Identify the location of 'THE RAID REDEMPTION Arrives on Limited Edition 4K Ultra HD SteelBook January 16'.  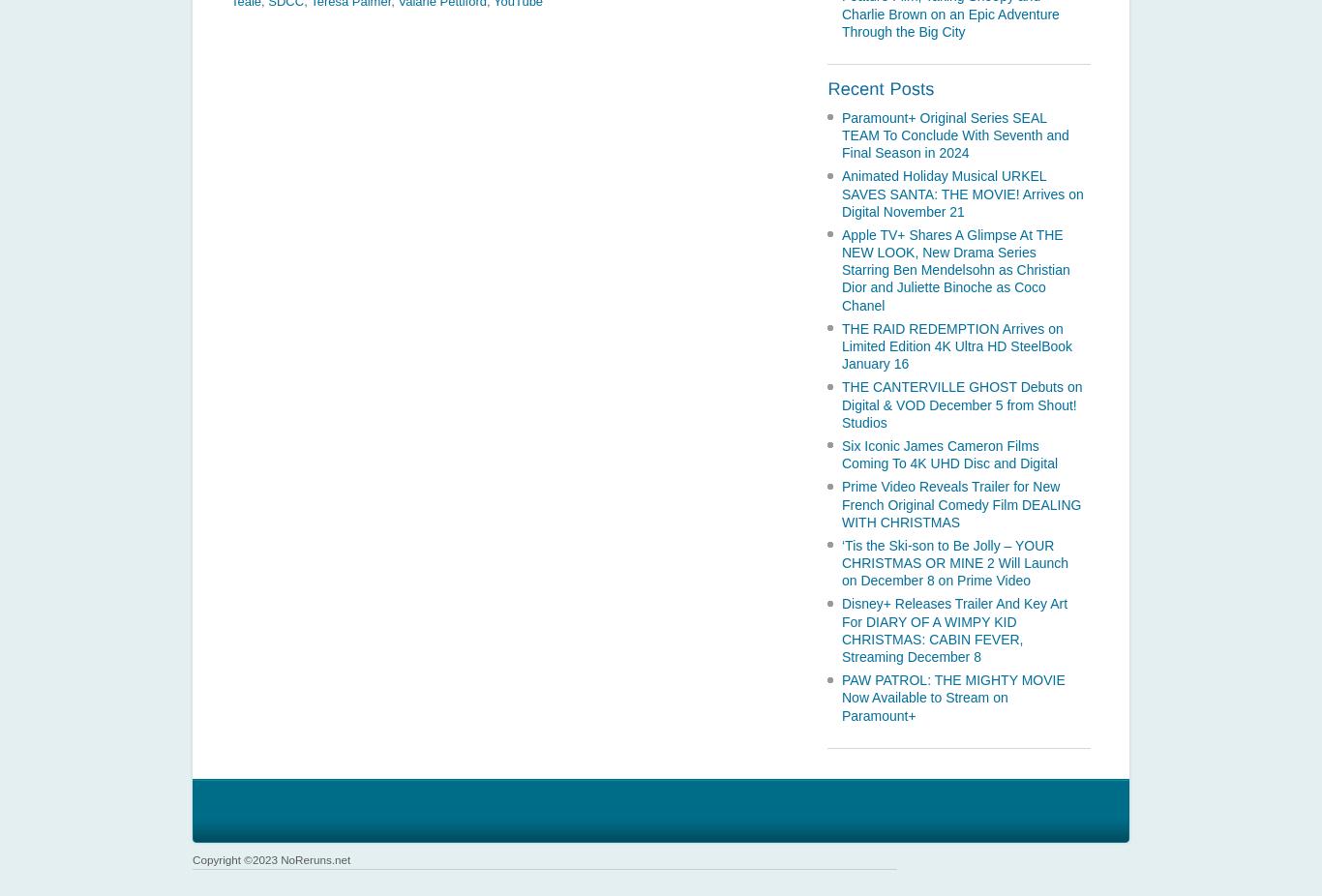
(956, 345).